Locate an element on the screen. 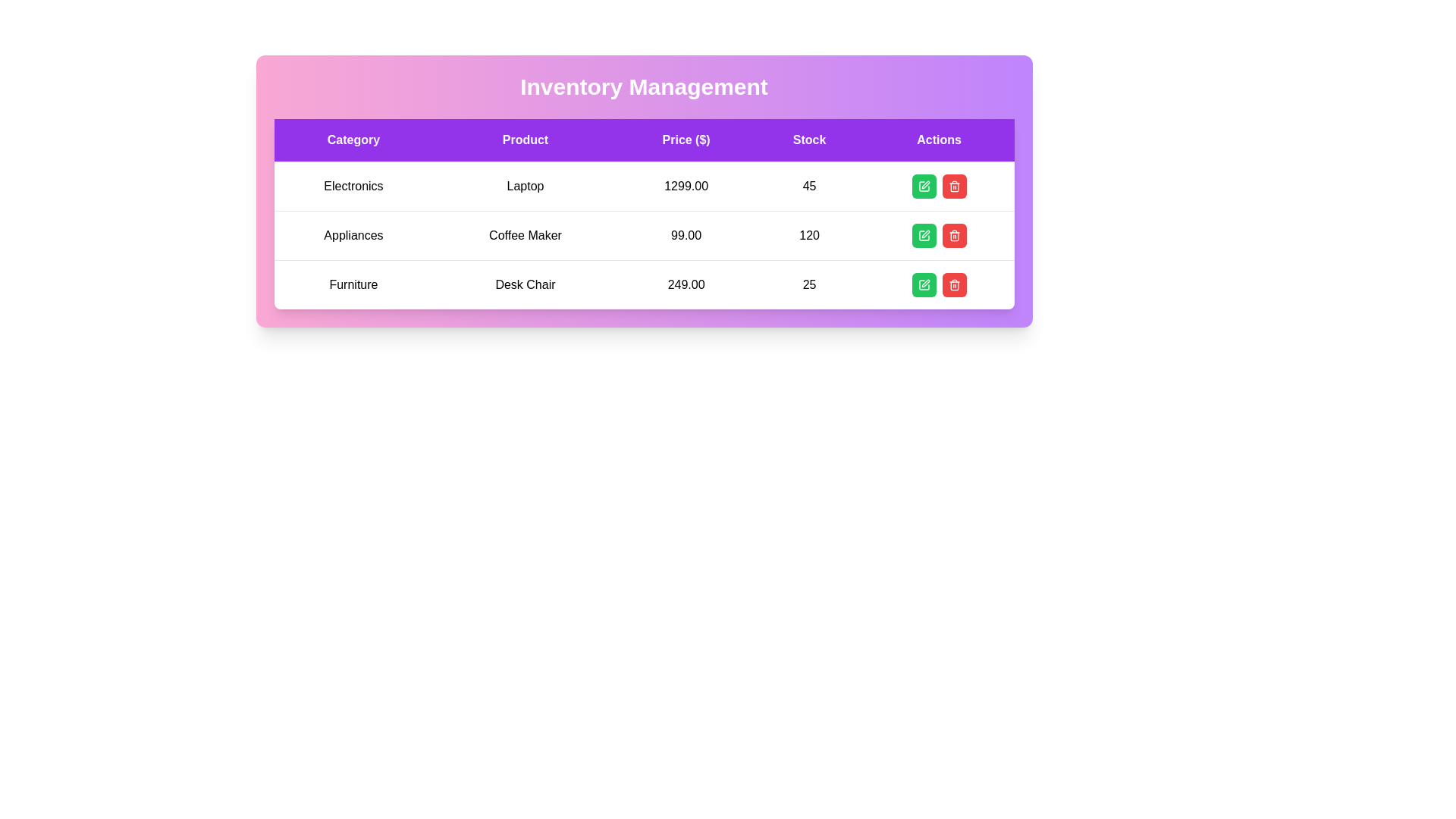  the 'Price ($)' table header, which indicates that the values in its corresponding column represent prices in dollars, located between the 'Product' and 'Stock' headers is located at coordinates (686, 140).